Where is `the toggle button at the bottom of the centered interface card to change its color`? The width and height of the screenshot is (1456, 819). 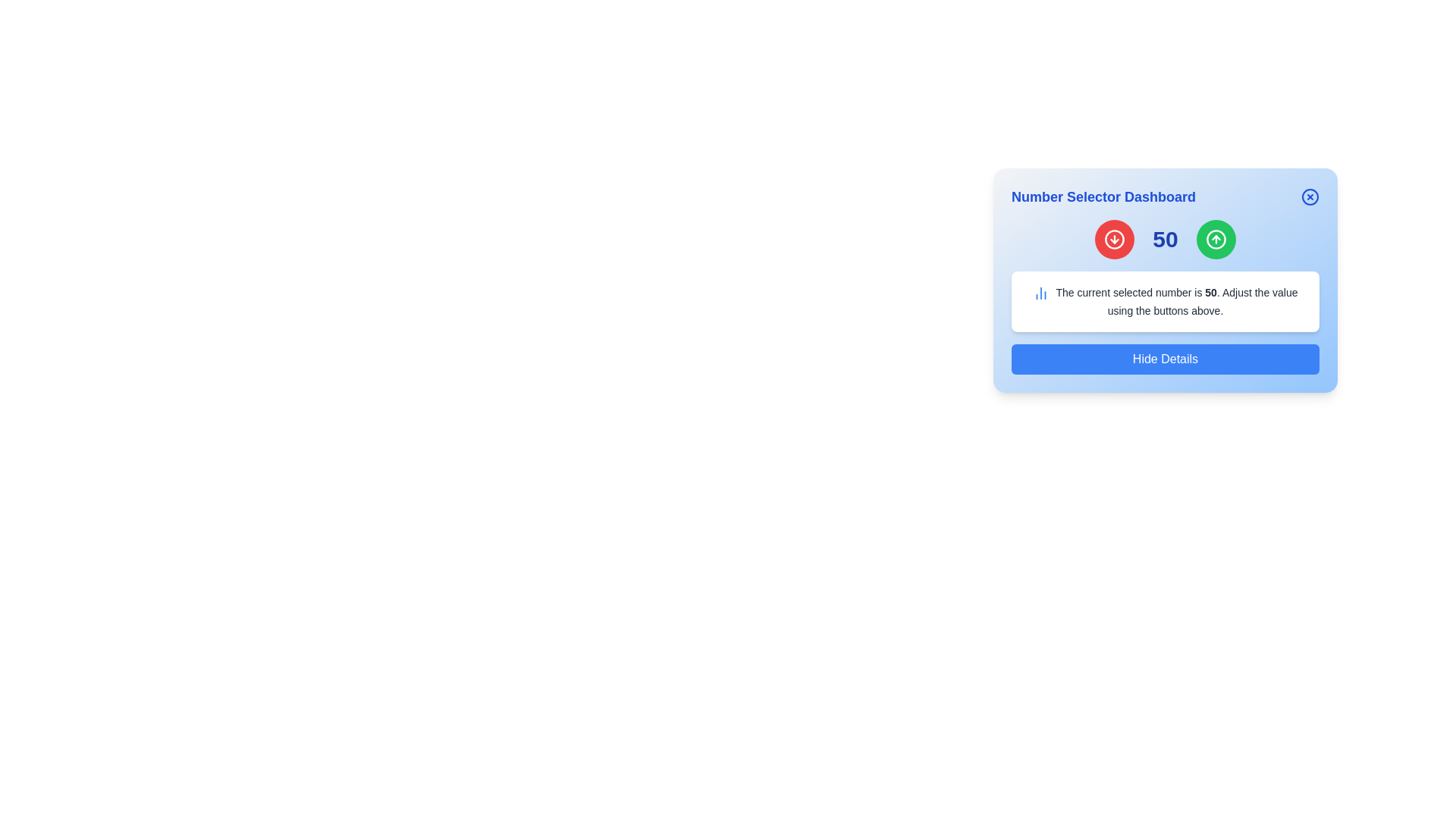 the toggle button at the bottom of the centered interface card to change its color is located at coordinates (1164, 359).